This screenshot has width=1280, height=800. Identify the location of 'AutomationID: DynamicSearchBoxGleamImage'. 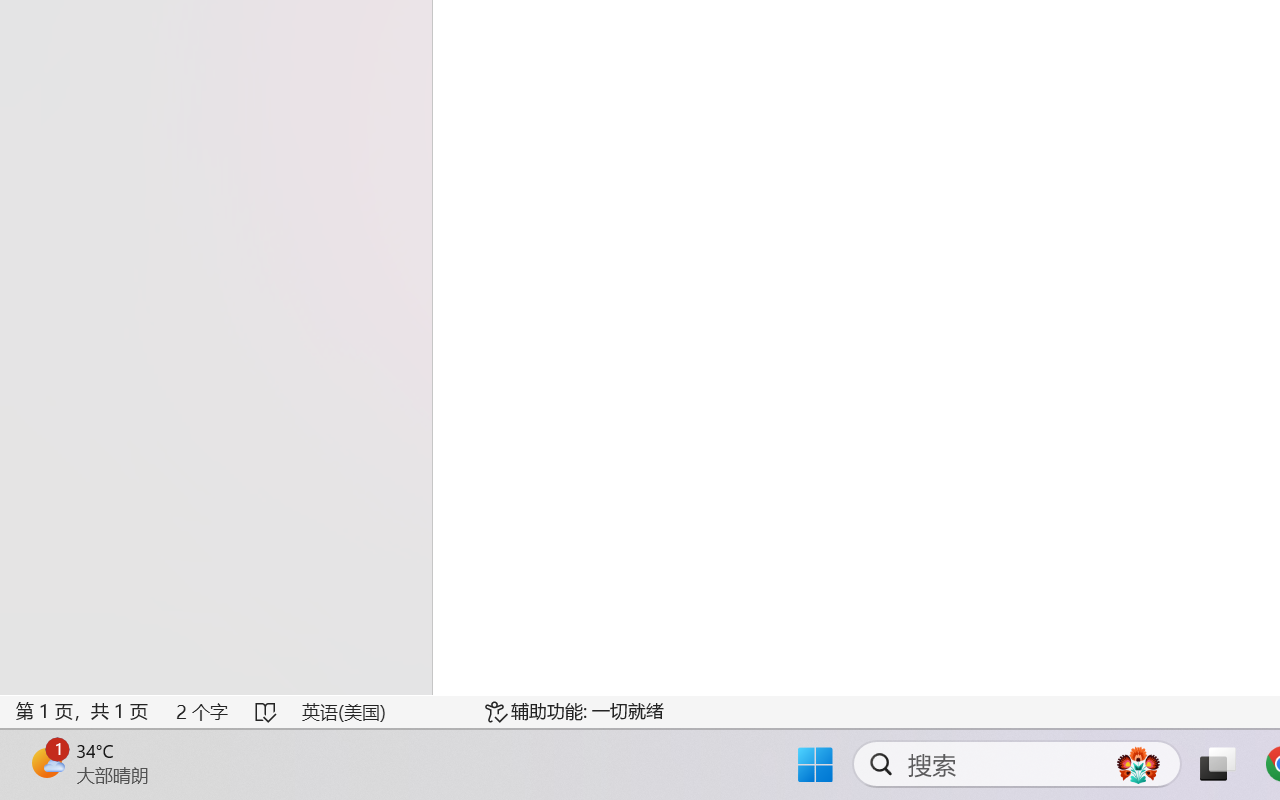
(1138, 764).